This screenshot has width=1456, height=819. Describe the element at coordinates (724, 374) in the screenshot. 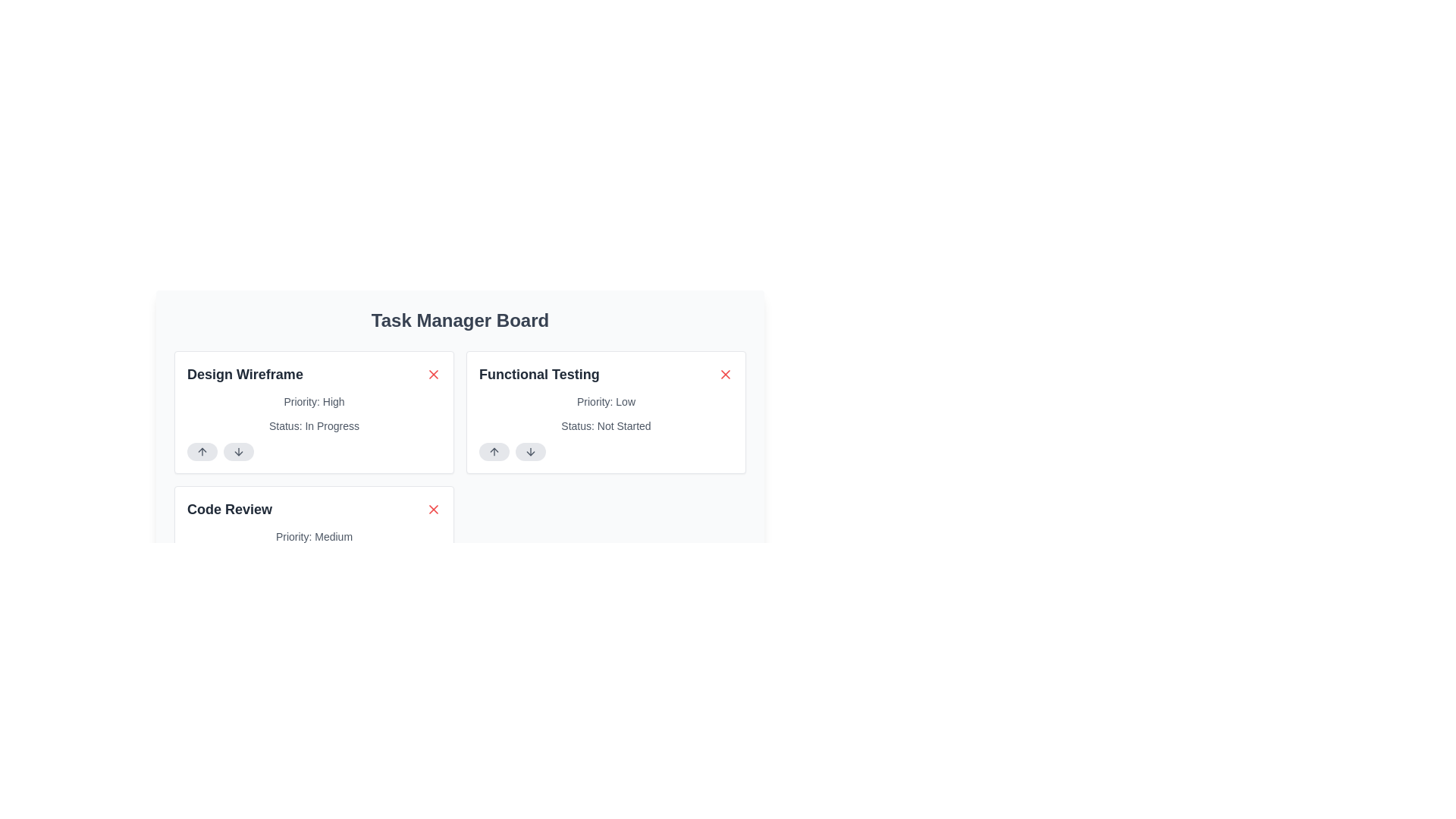

I see `the close or delete button located in the top-right corner of the 'Functional Testing' task card` at that location.